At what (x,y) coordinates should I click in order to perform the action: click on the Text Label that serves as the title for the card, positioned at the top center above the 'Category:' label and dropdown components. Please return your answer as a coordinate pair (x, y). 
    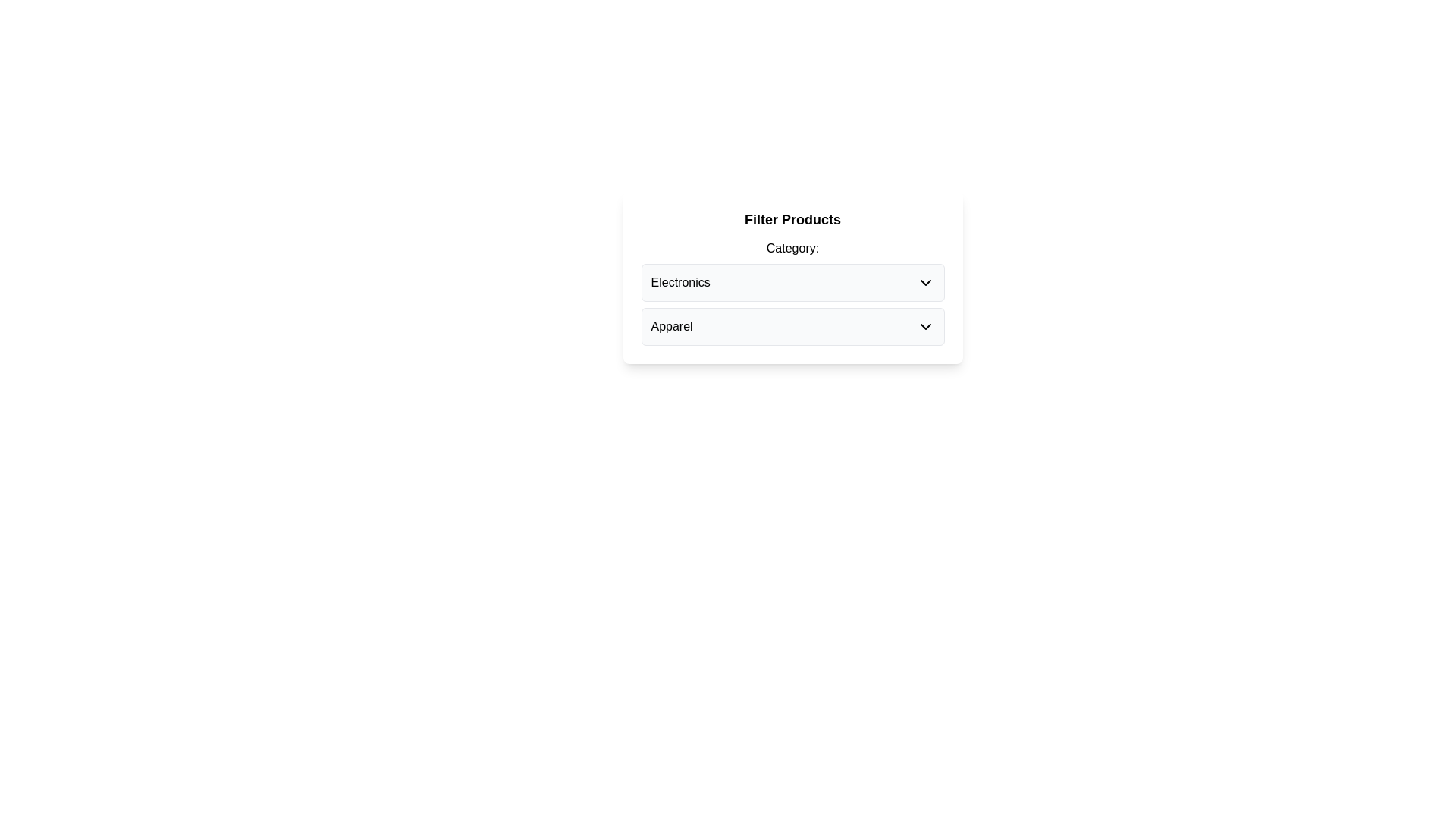
    Looking at the image, I should click on (792, 219).